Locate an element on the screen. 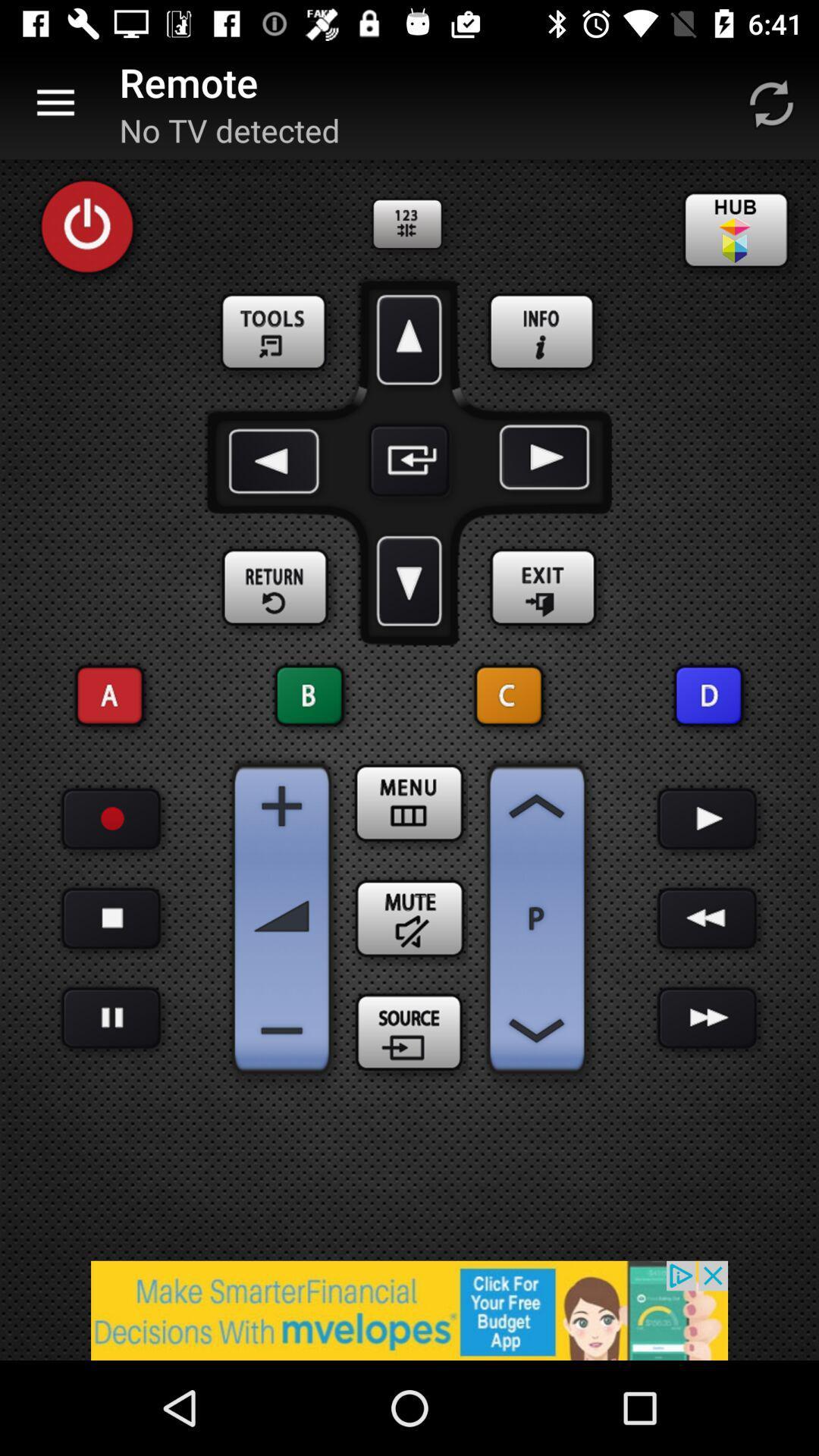 This screenshot has width=819, height=1456. valum is located at coordinates (281, 805).